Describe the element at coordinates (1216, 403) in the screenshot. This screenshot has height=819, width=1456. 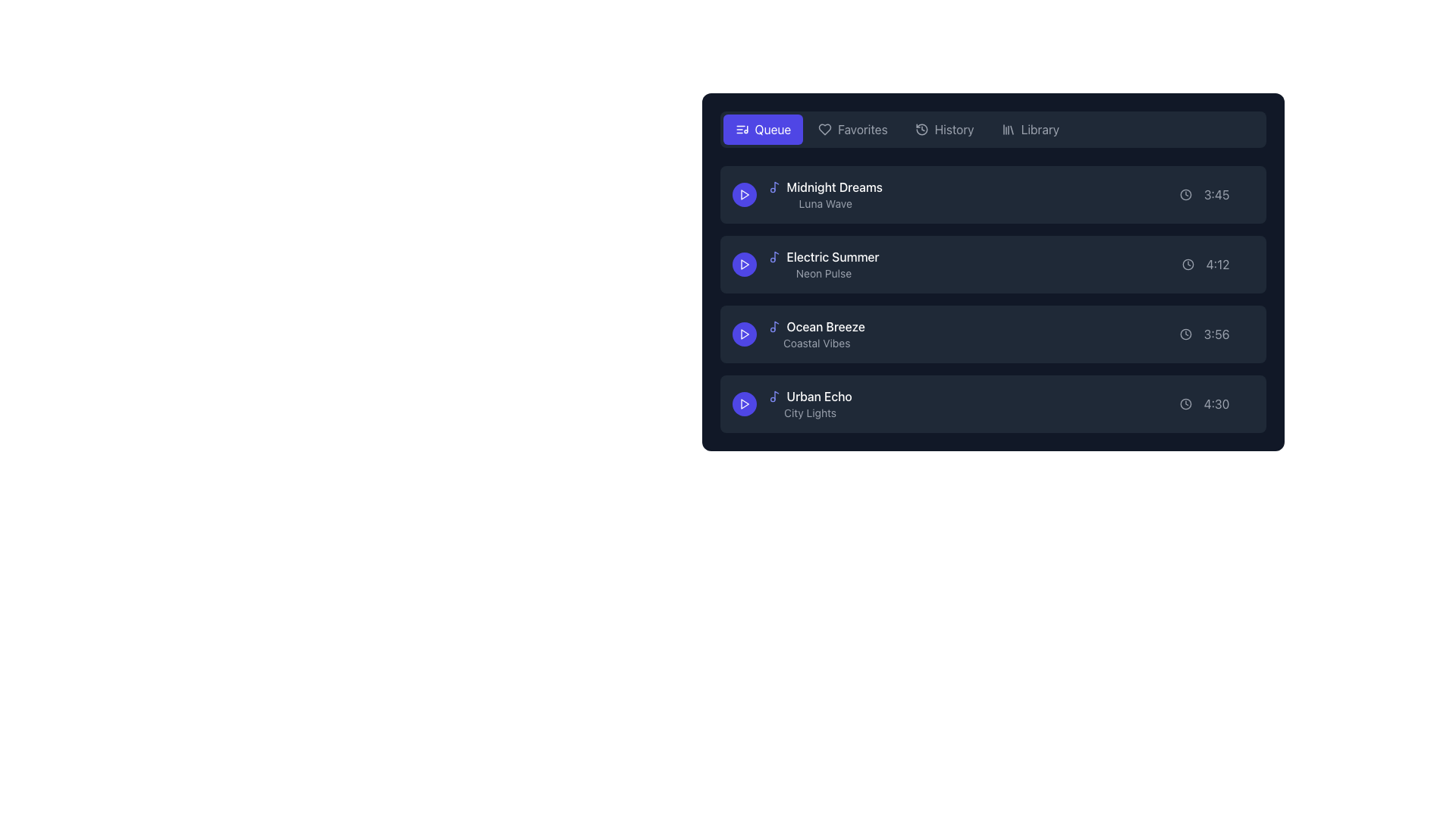
I see `the Static Text with Icon displaying the time value '4:30' next to the clock icon, which is the duration indicator for the audio track 'Urban Echo' located at the rightmost part of the row` at that location.